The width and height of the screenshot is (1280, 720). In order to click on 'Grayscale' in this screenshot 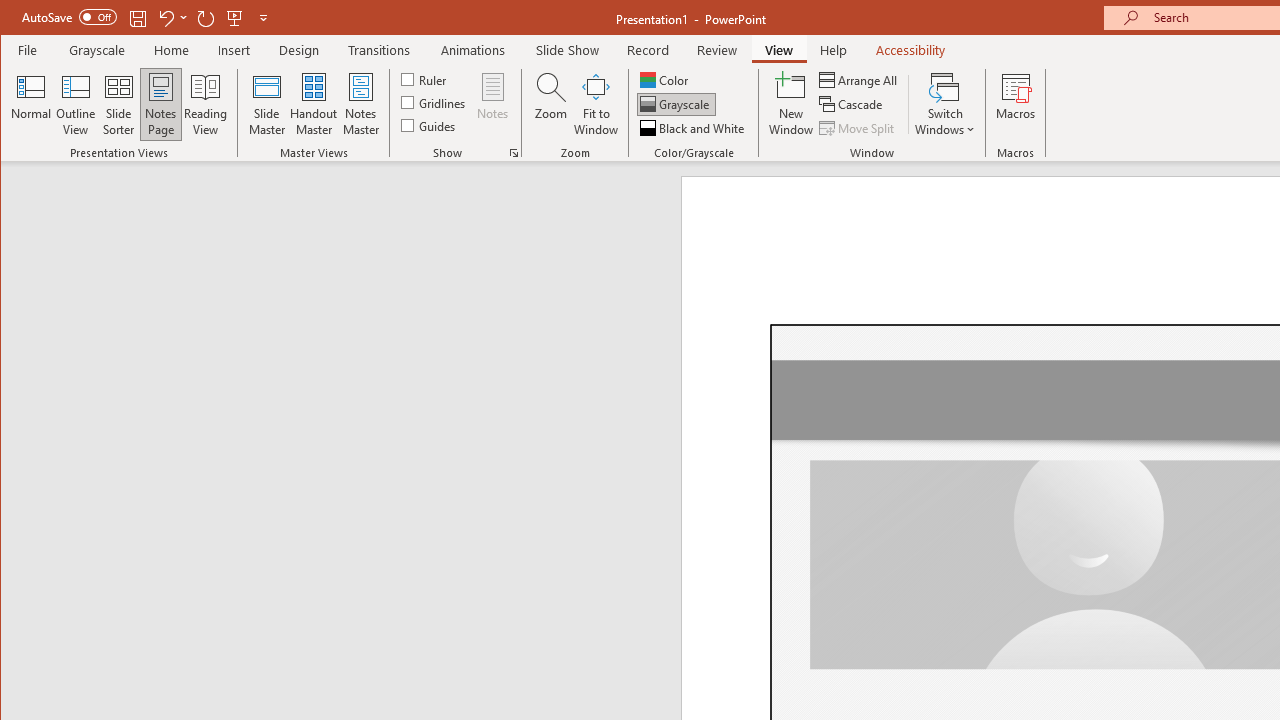, I will do `click(676, 104)`.